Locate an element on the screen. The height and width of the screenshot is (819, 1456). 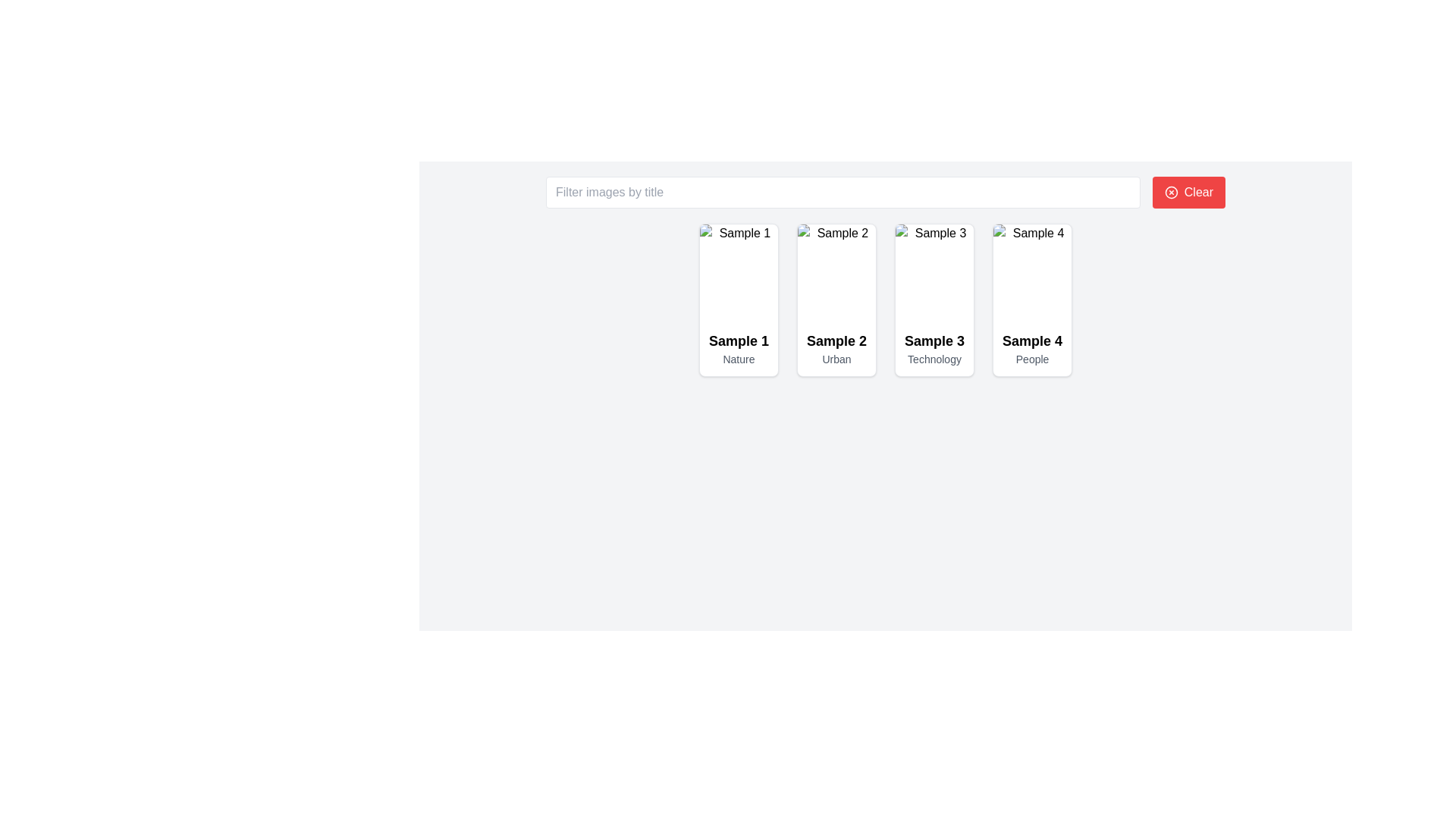
static text label that categorizes the content of the card as 'Technology', located below 'Sample 3' in the third column of the card list is located at coordinates (934, 359).